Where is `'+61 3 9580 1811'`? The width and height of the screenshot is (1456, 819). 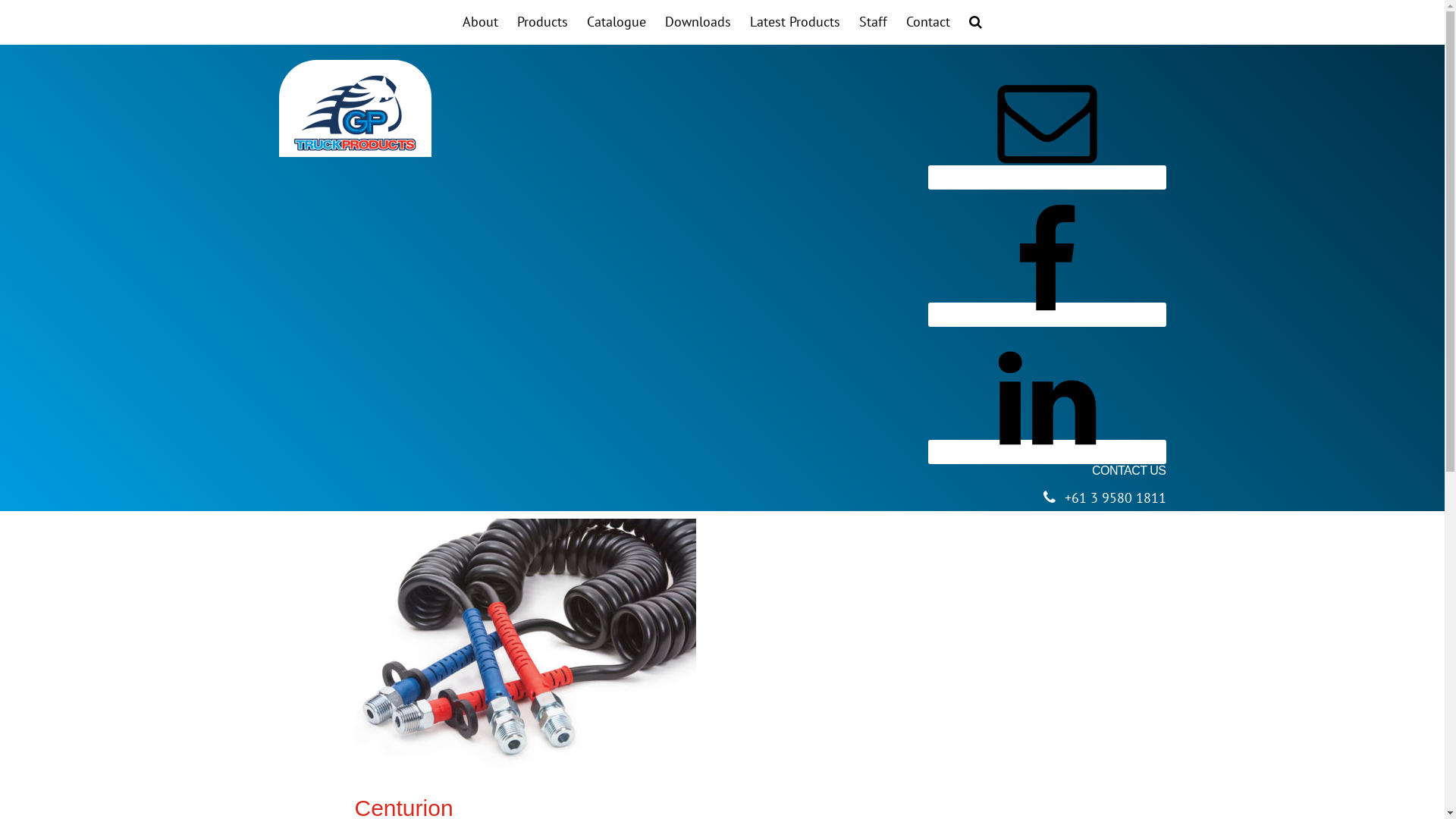 '+61 3 9580 1811' is located at coordinates (1115, 497).